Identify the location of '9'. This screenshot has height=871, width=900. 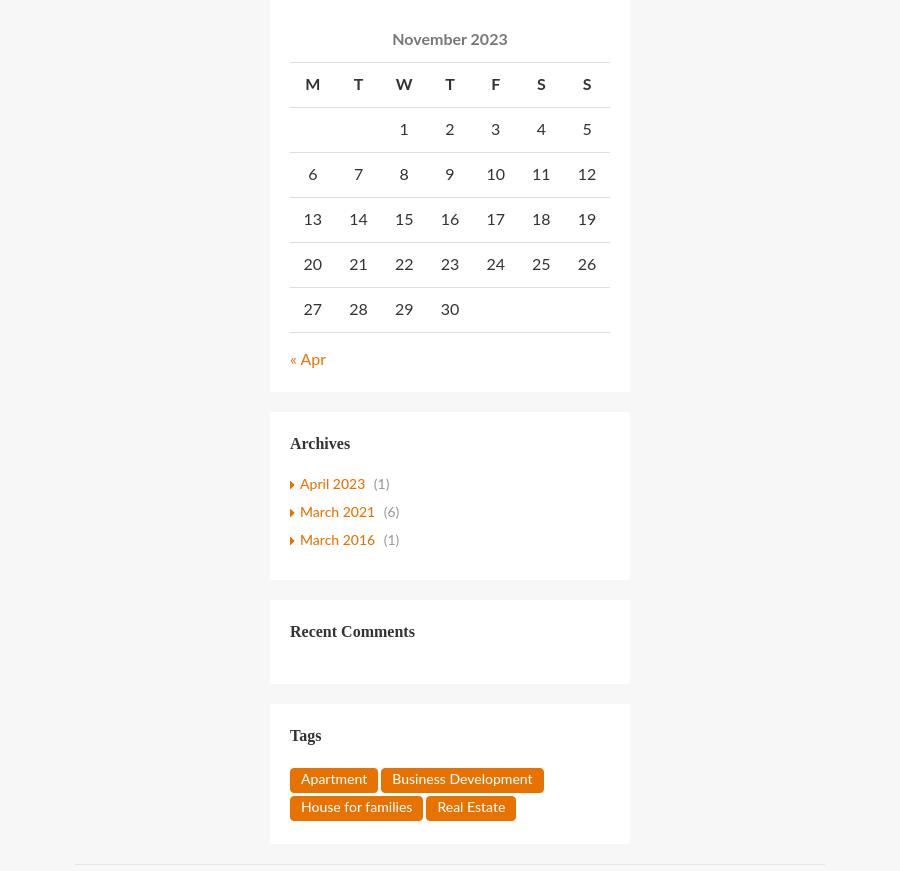
(444, 174).